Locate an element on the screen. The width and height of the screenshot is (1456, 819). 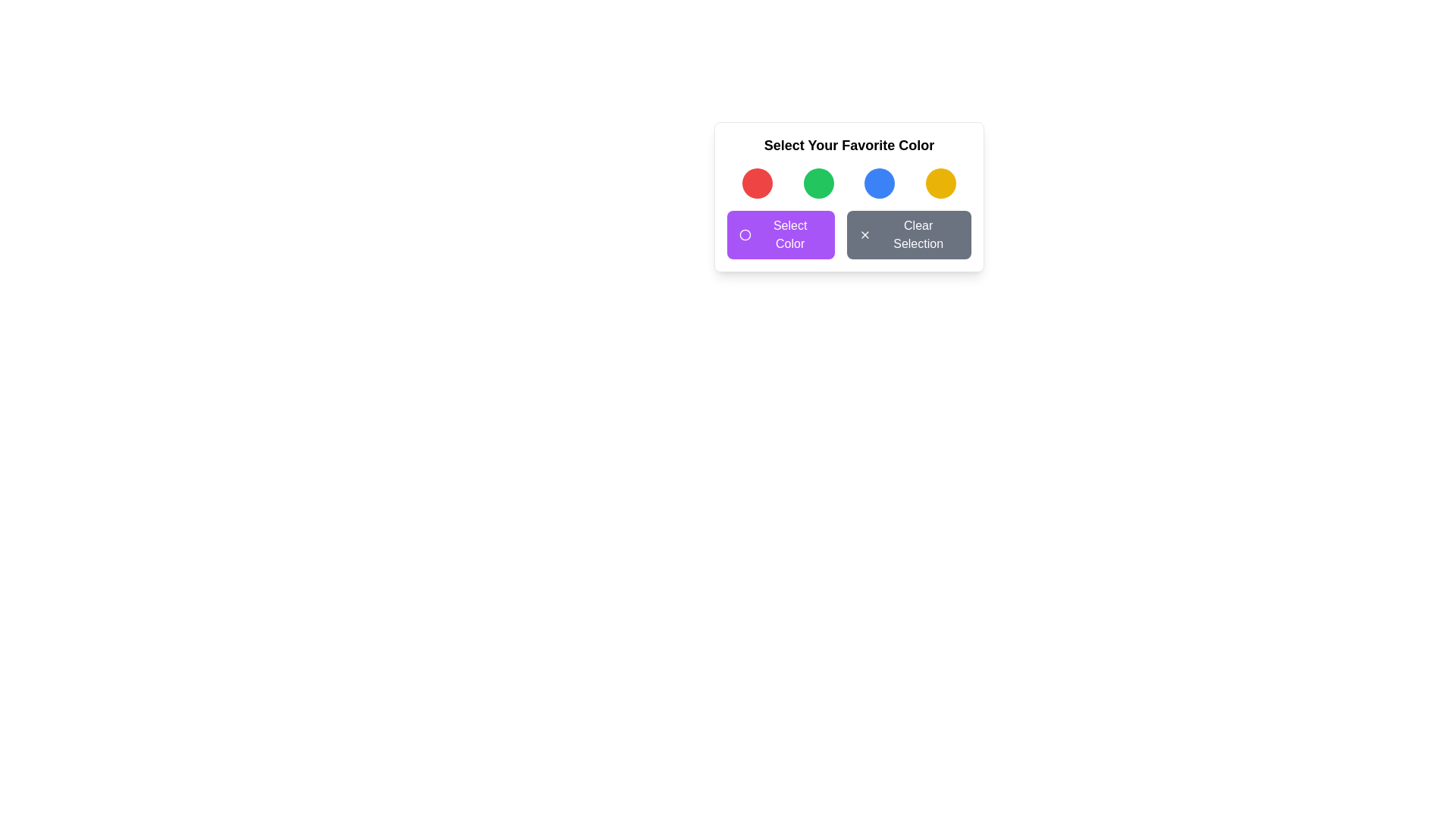
the circular button with a yellow background, which is the fourth button in a horizontal sequence of four circular buttons is located at coordinates (940, 183).